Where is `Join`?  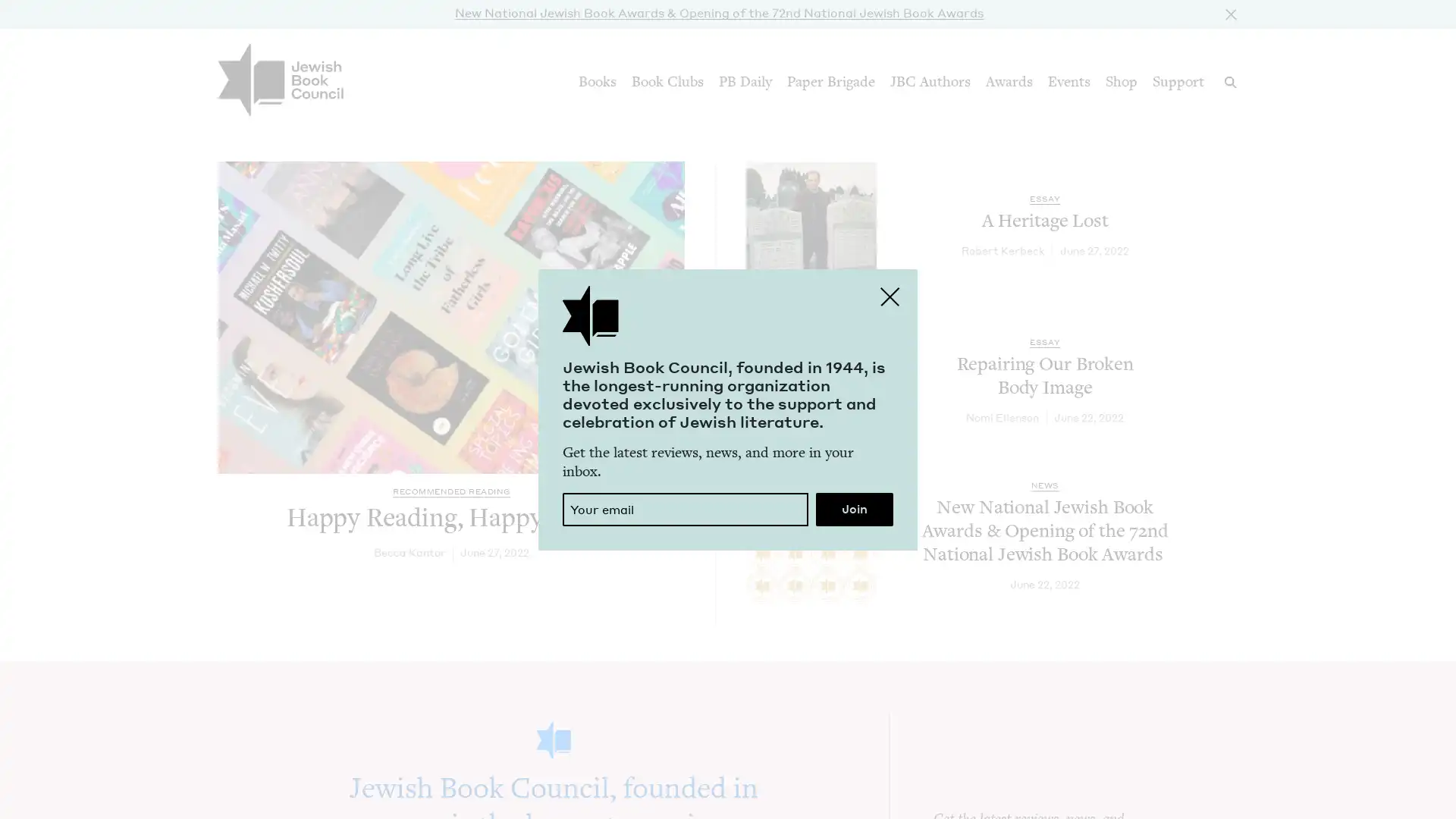 Join is located at coordinates (855, 509).